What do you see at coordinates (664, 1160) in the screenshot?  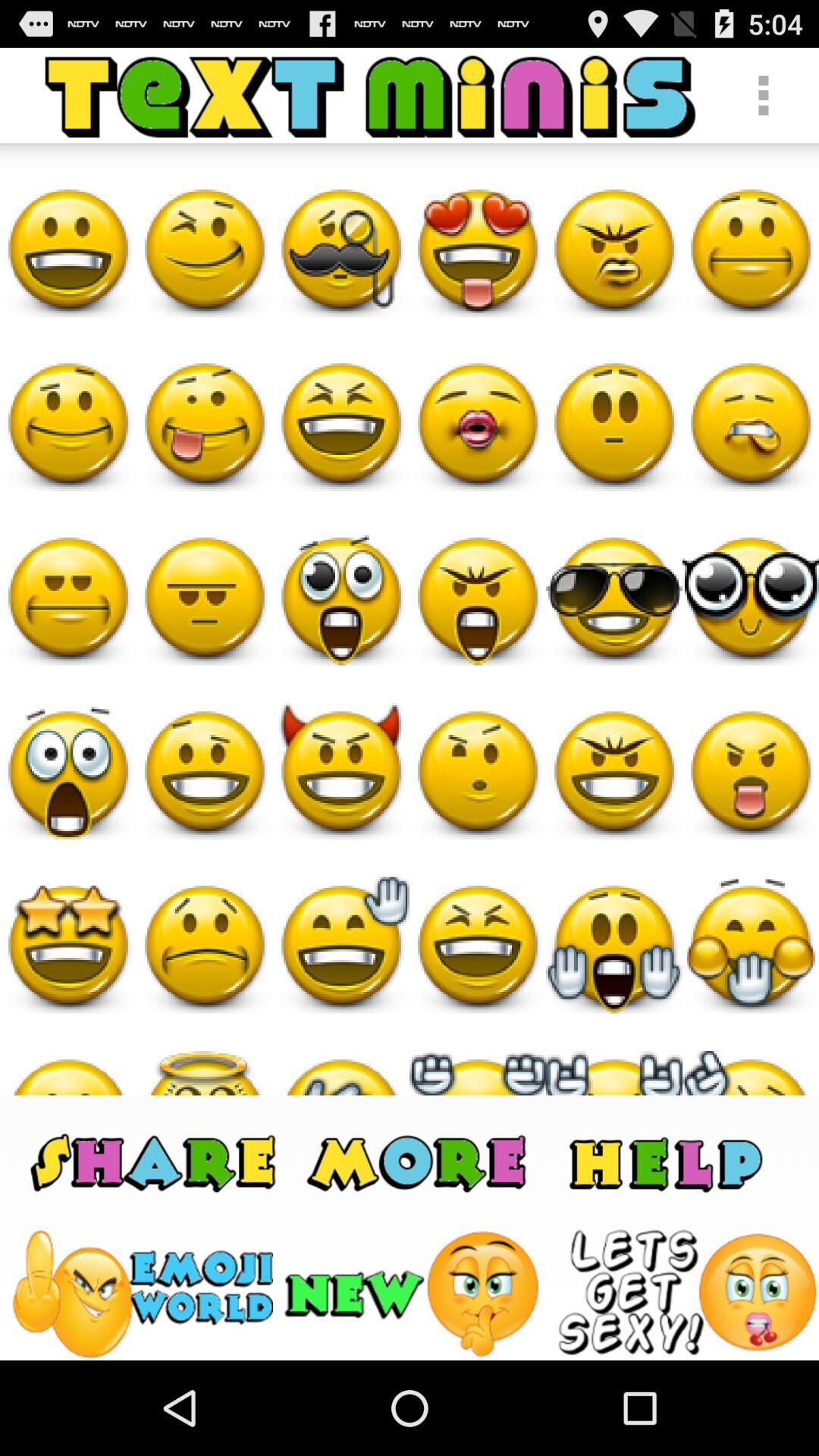 I see `help icon` at bounding box center [664, 1160].